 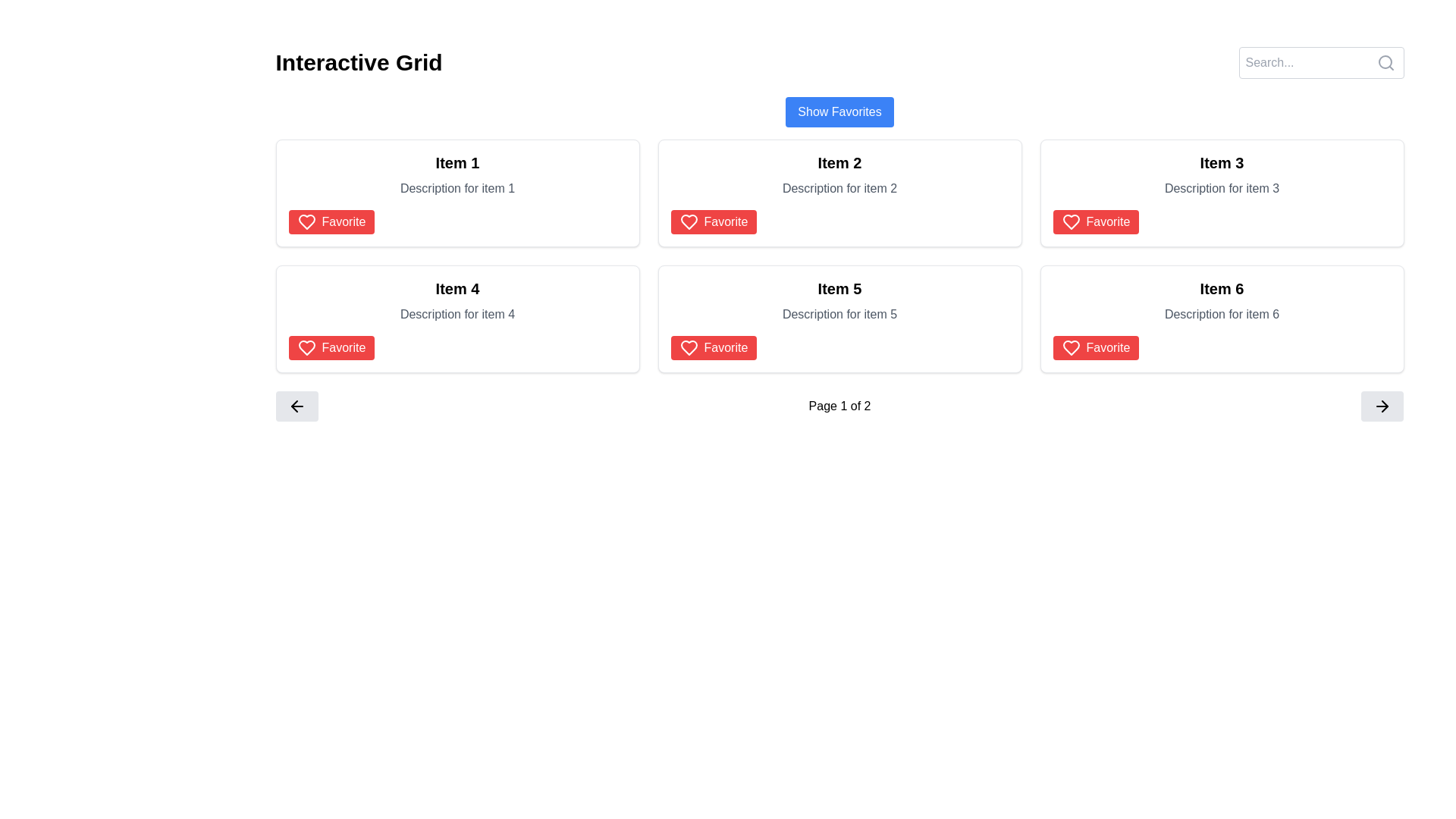 I want to click on the descriptive text element located directly below the title 'Item 1' in the first card of the grid layout, so click(x=457, y=188).